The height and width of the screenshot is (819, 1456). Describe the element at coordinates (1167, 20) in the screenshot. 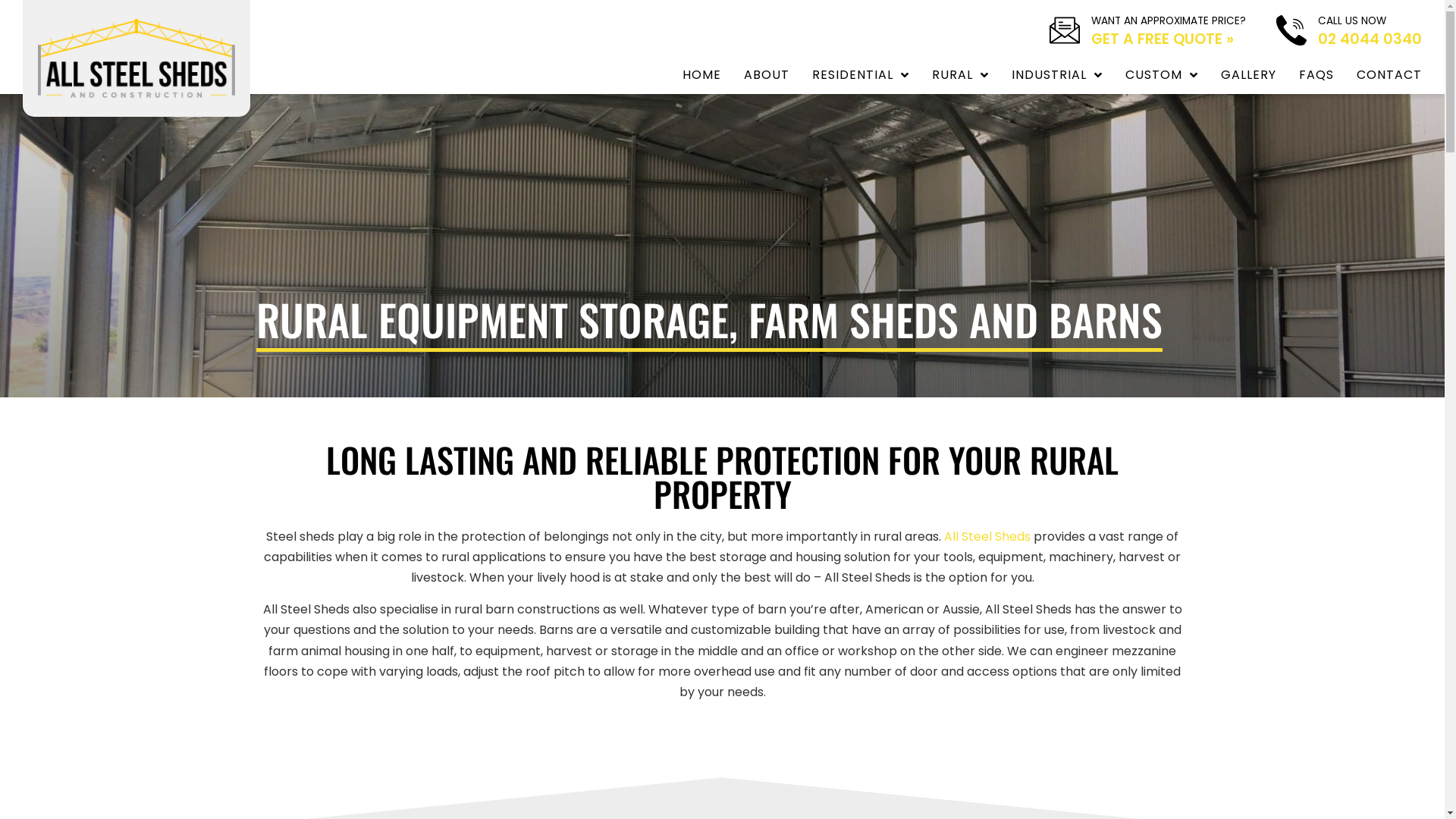

I see `'WANT AN APPROXIMATE PRICE?'` at that location.